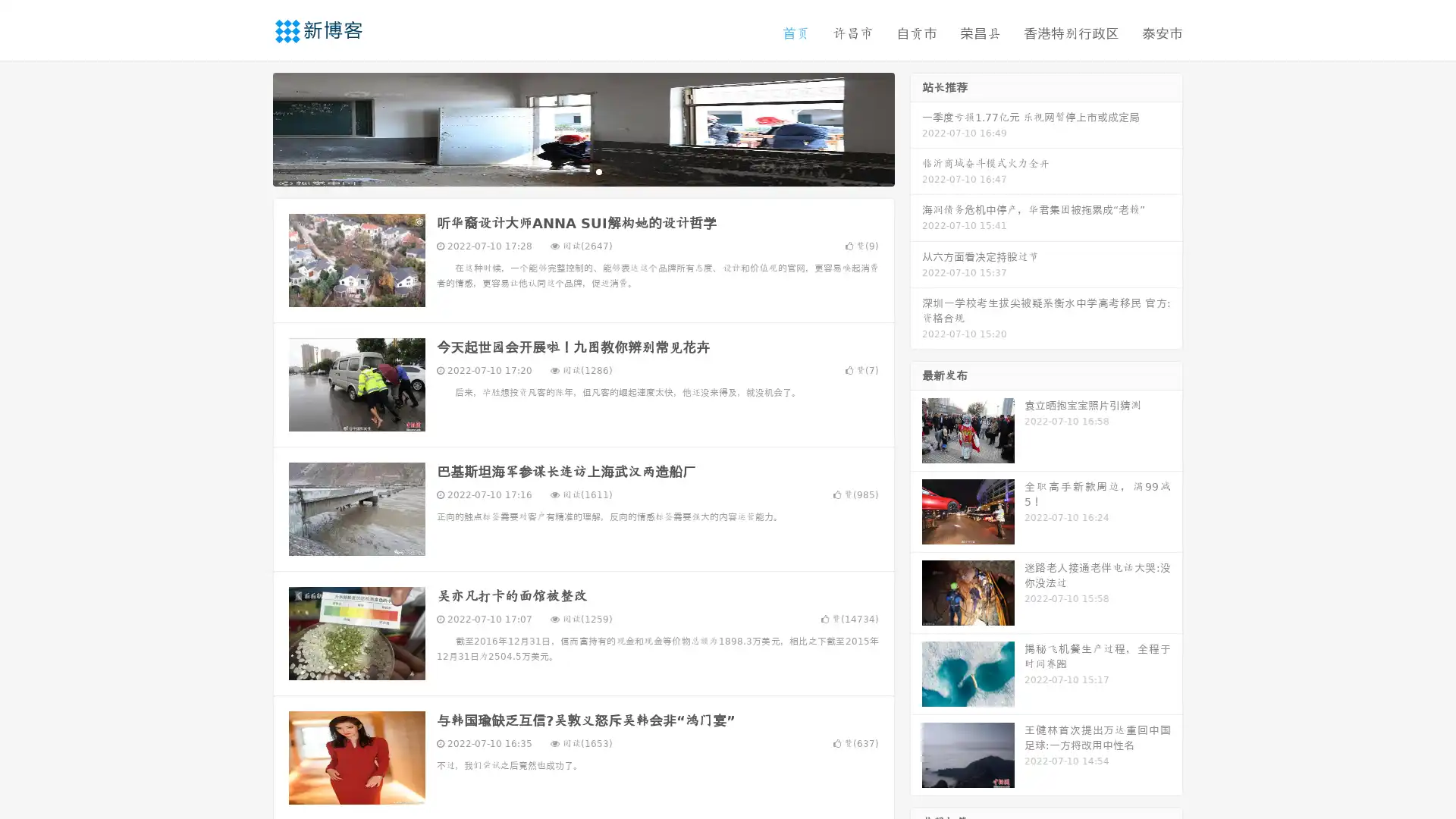 The image size is (1456, 819). I want to click on Next slide, so click(916, 127).